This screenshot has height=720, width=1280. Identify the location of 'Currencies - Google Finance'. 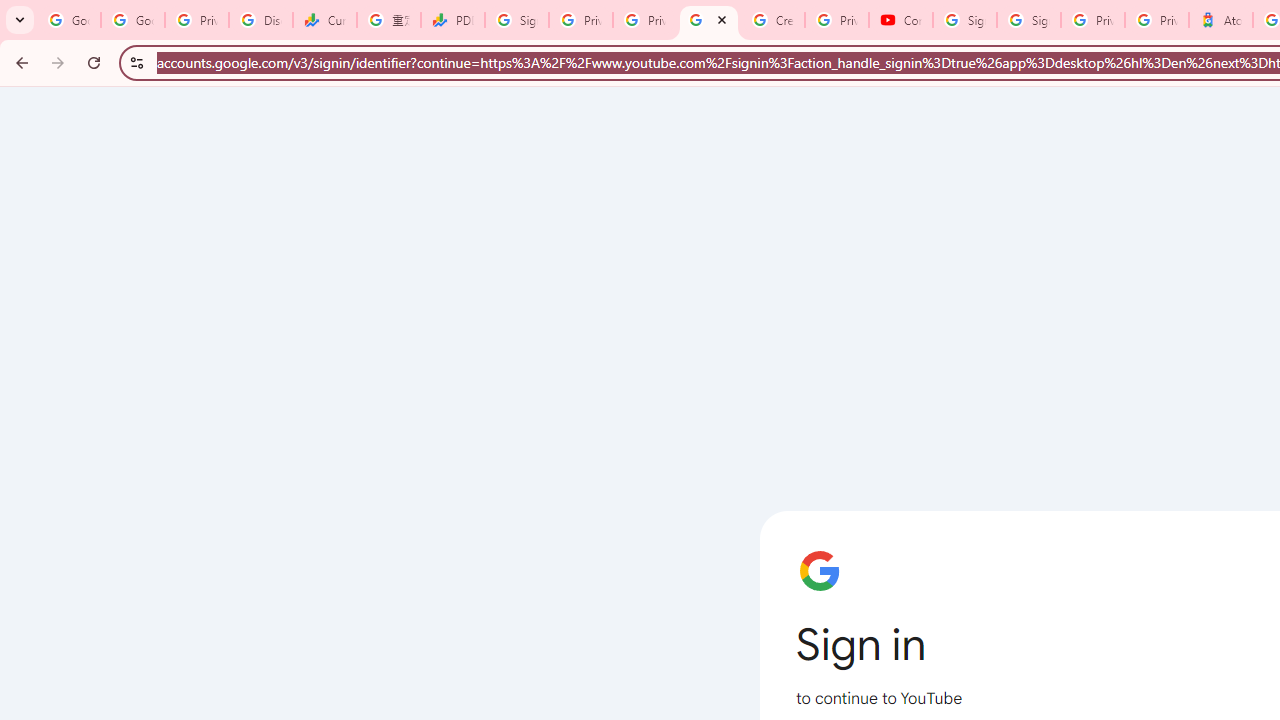
(325, 20).